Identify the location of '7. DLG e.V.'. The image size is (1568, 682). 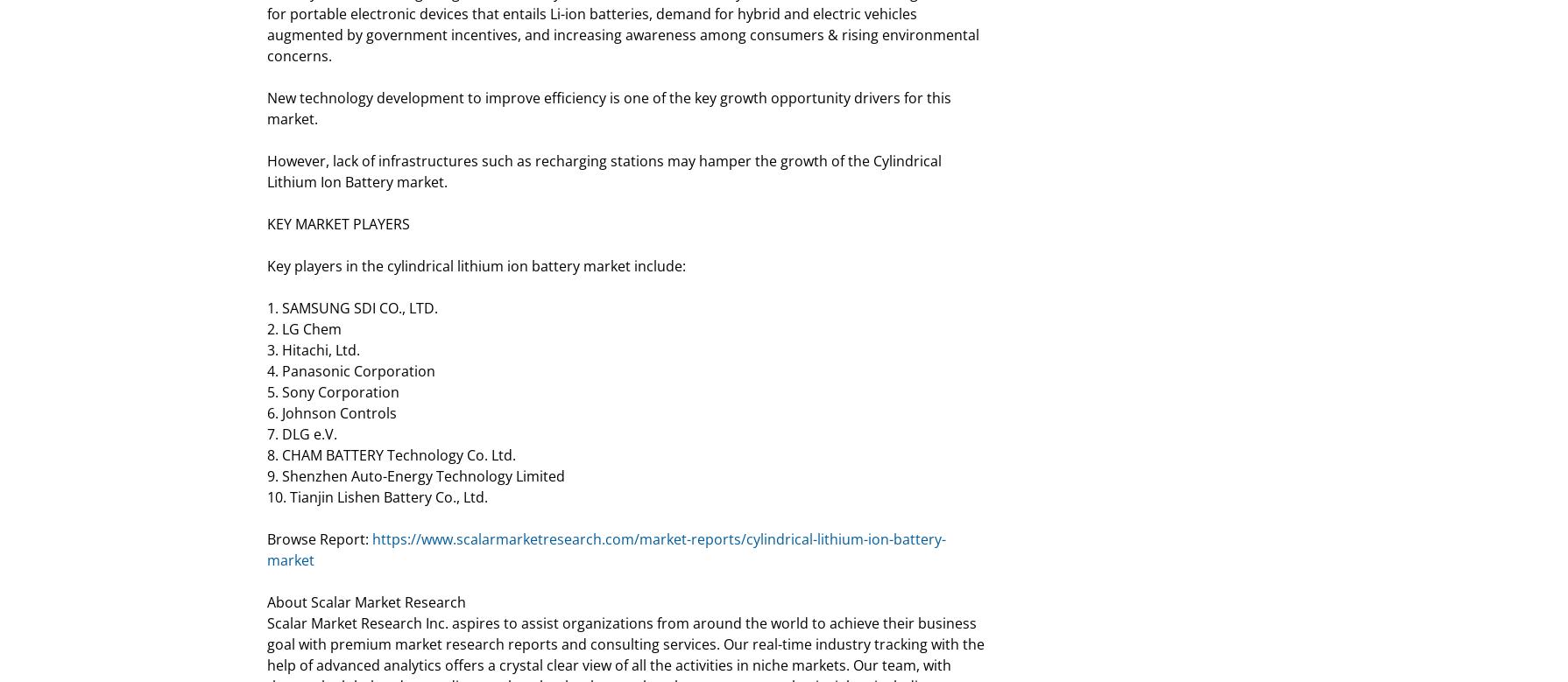
(301, 433).